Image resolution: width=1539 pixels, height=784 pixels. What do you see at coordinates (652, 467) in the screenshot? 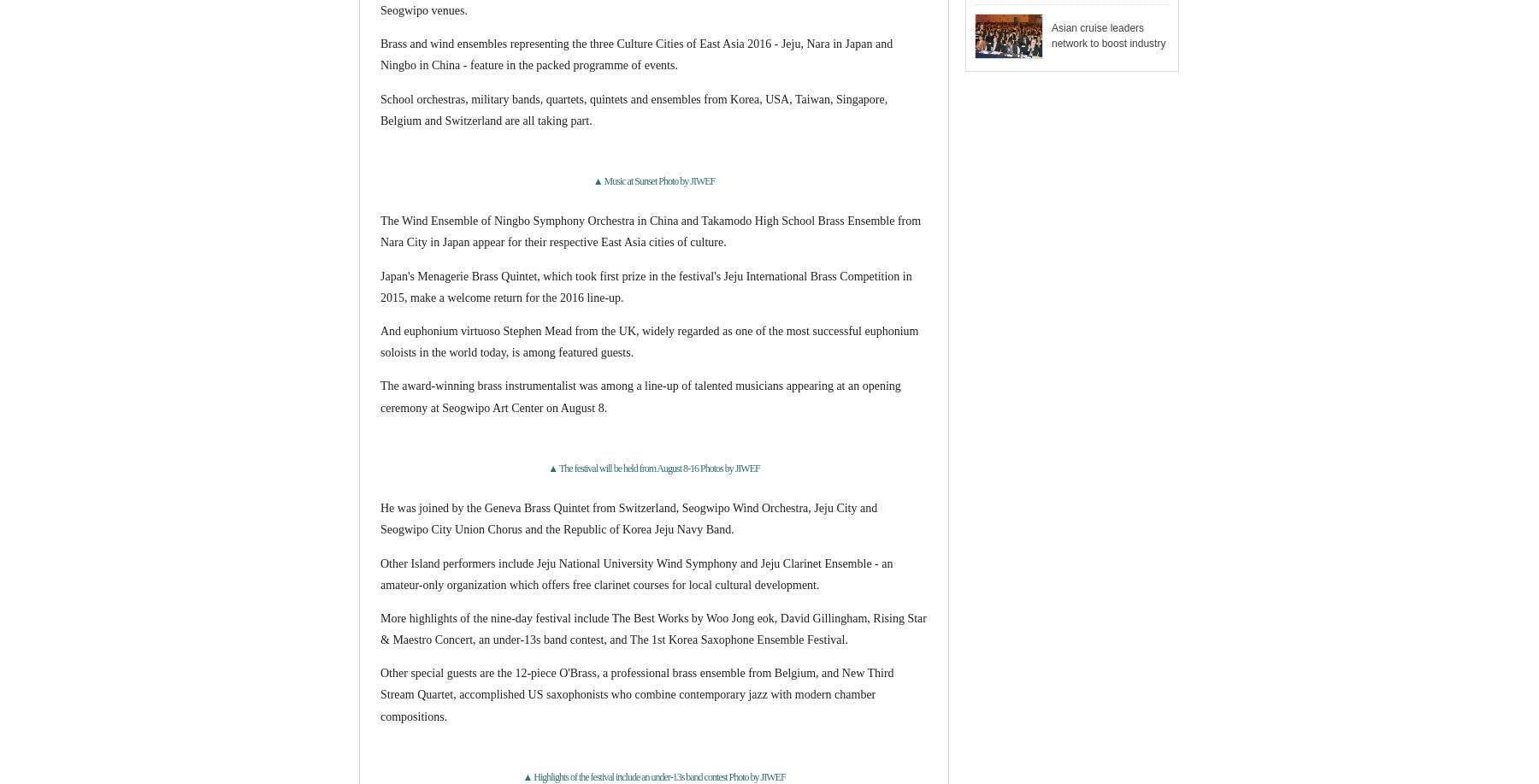
I see `'▲ The festival will be held from August 8-16 Photos by JIWEF'` at bounding box center [652, 467].